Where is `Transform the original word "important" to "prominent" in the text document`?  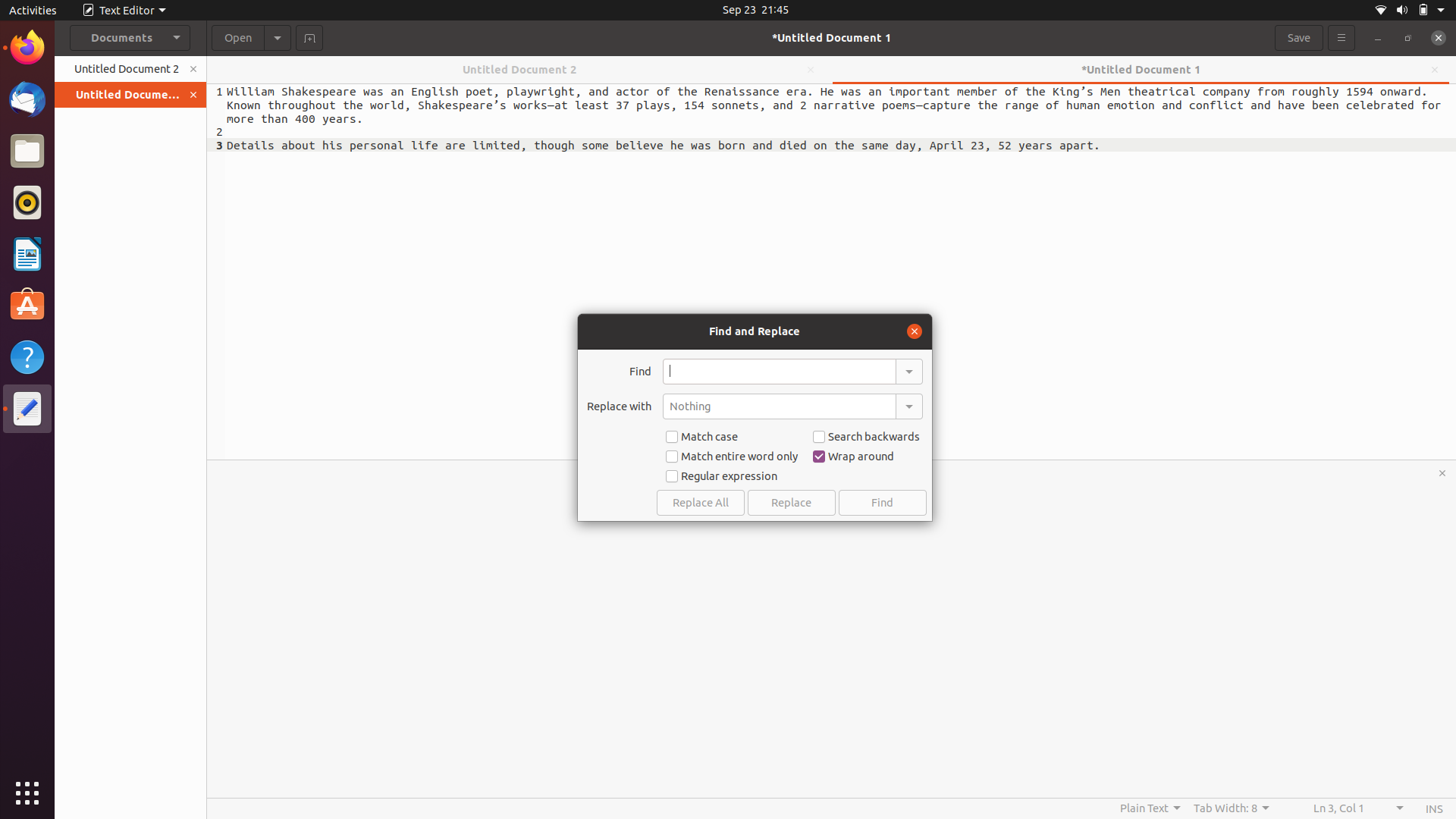 Transform the original word "important" to "prominent" in the text document is located at coordinates (779, 371).